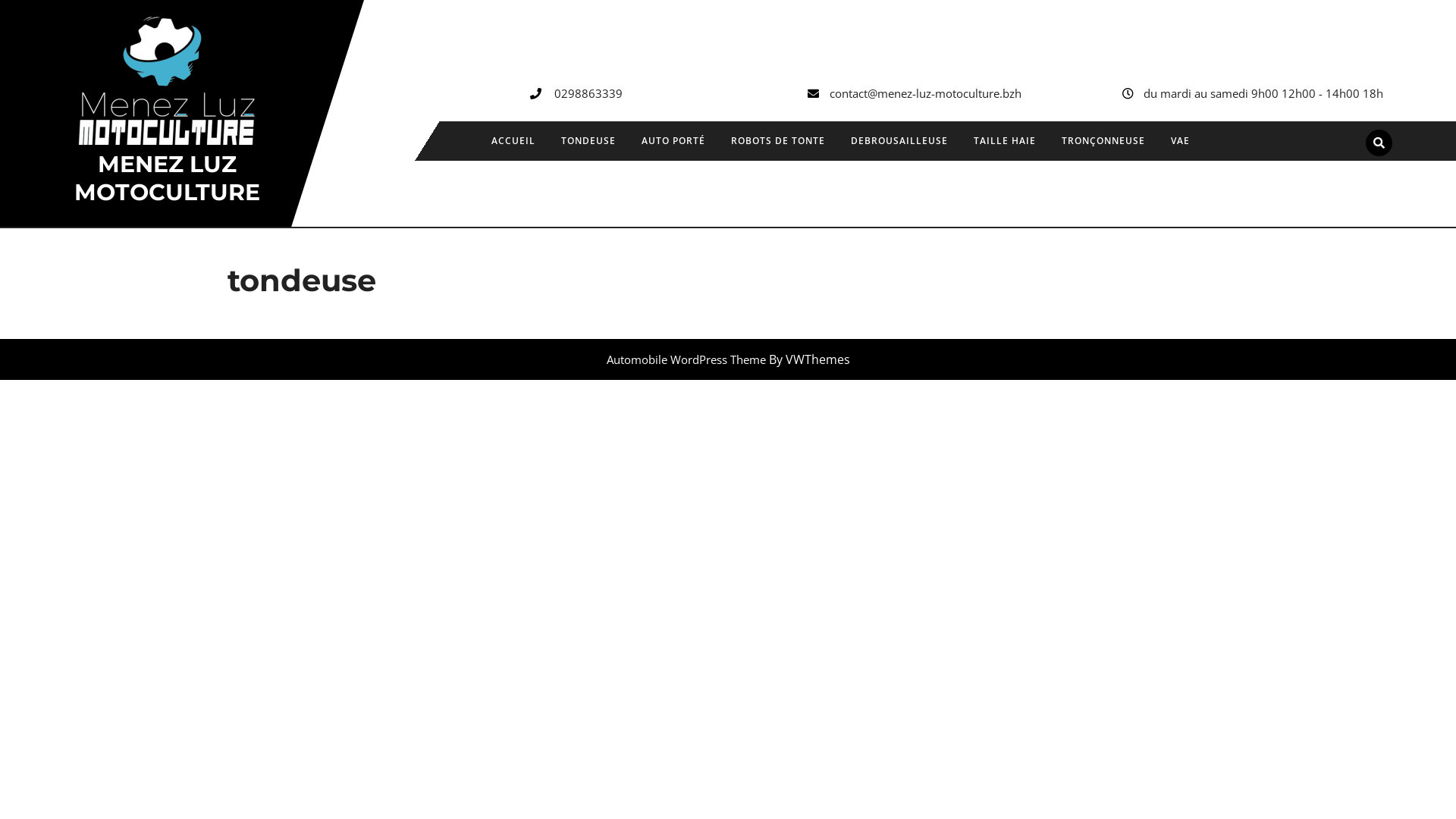 Image resolution: width=1456 pixels, height=819 pixels. What do you see at coordinates (924, 93) in the screenshot?
I see `'contact@menez-luz-motoculture.bzh'` at bounding box center [924, 93].